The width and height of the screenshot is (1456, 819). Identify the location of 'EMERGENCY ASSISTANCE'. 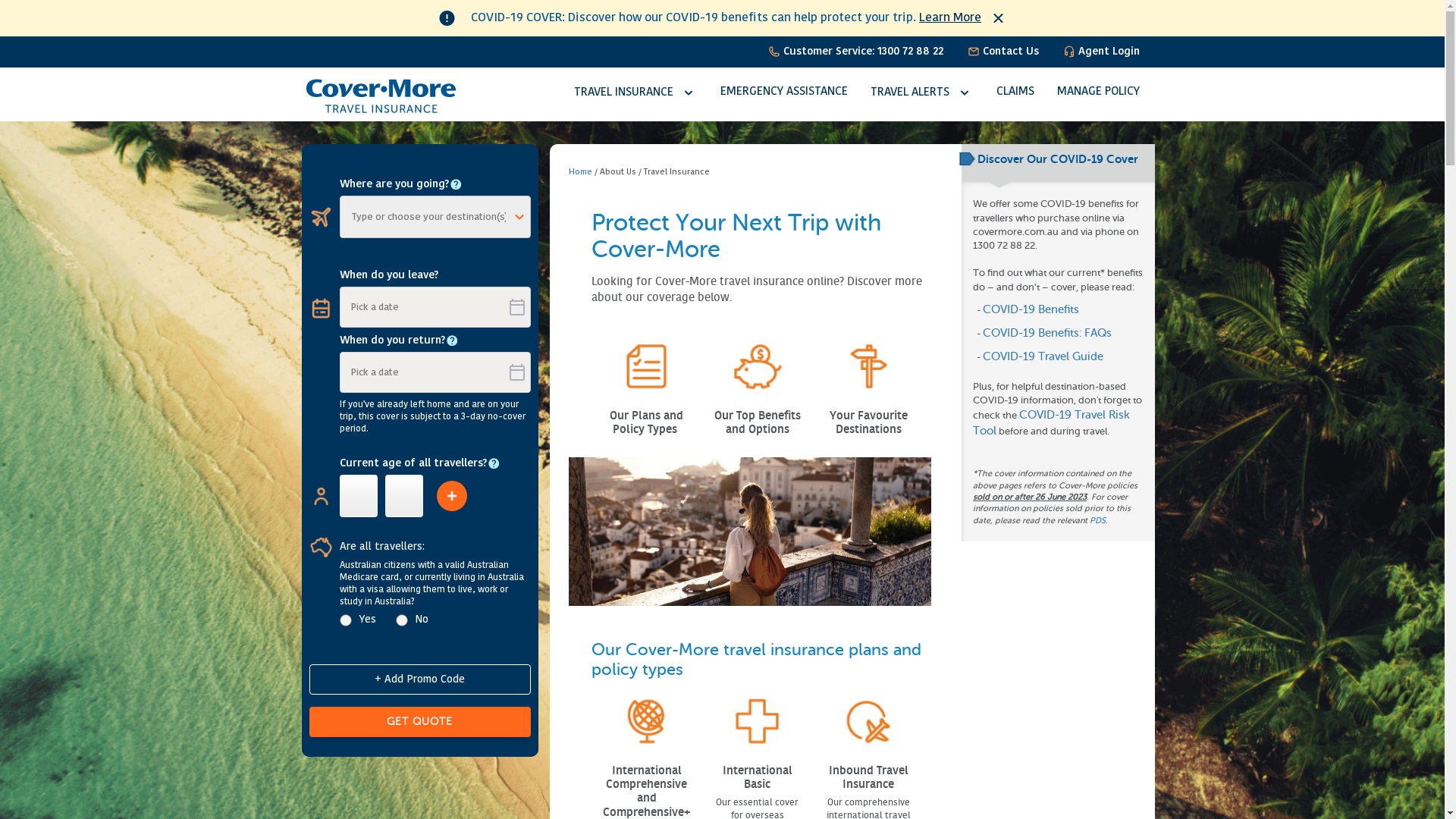
(783, 92).